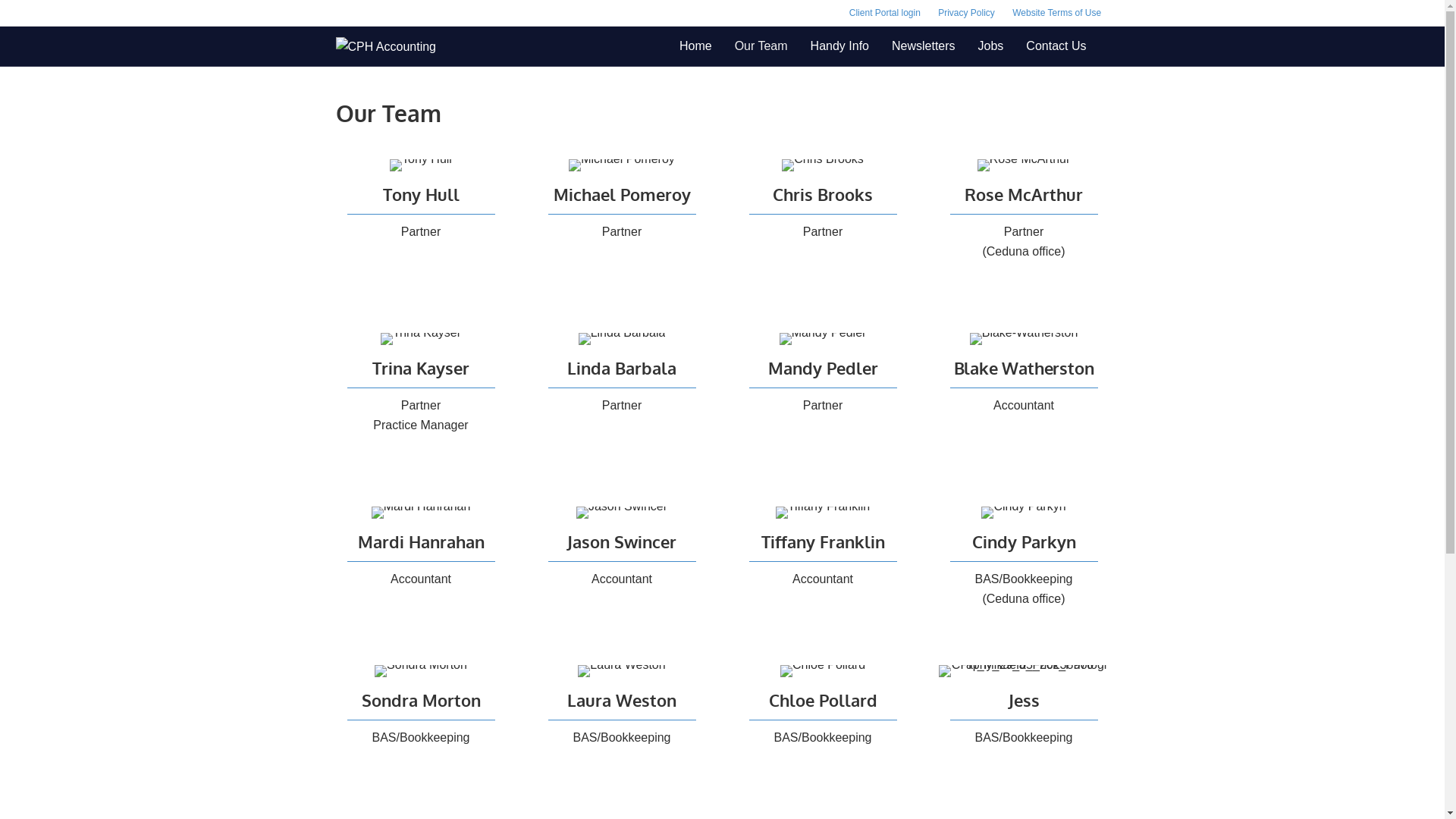 The height and width of the screenshot is (819, 1456). What do you see at coordinates (884, 12) in the screenshot?
I see `'Client Portal login'` at bounding box center [884, 12].